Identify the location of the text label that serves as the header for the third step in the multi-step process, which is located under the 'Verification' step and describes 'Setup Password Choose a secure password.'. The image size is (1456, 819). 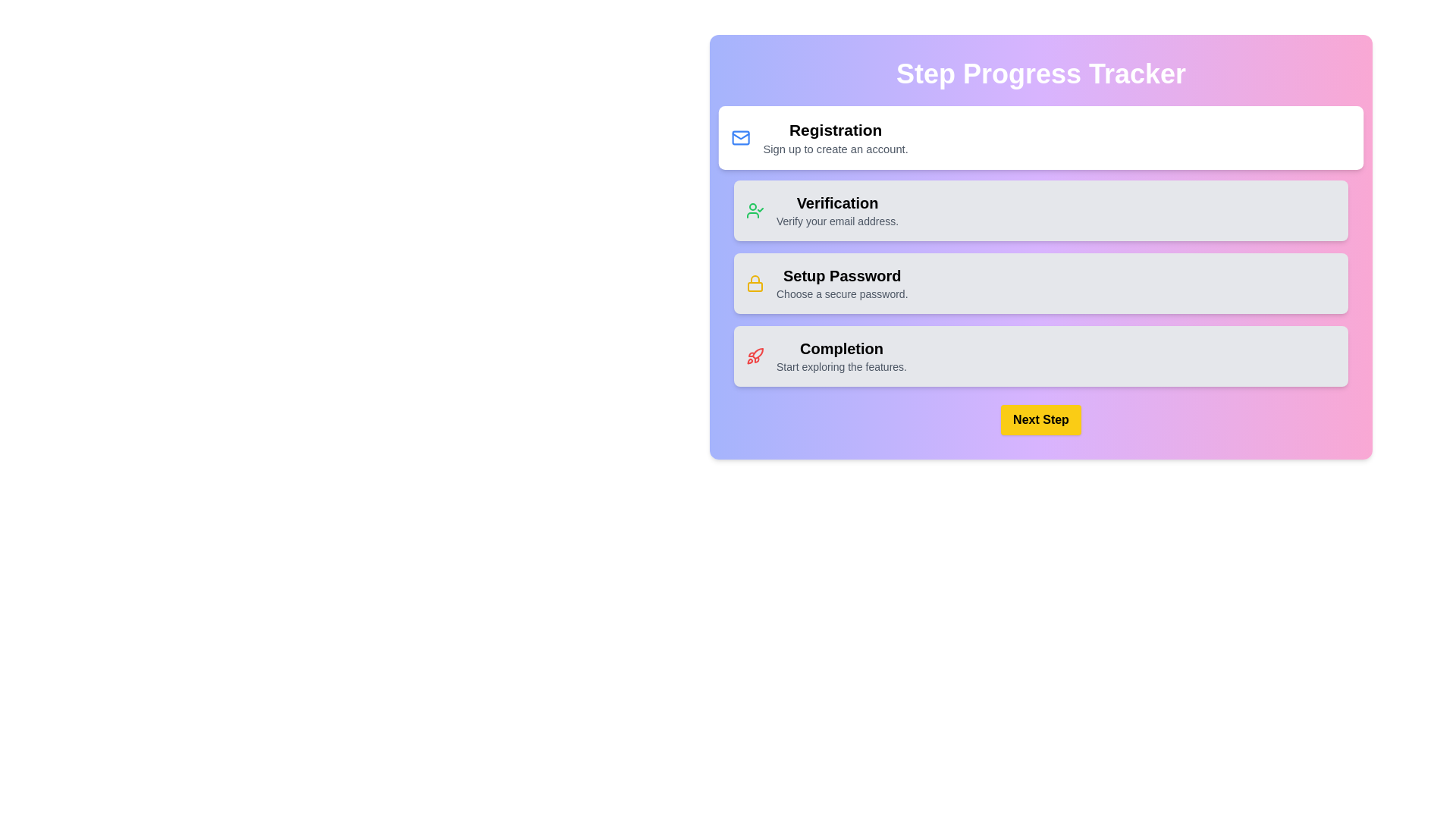
(841, 275).